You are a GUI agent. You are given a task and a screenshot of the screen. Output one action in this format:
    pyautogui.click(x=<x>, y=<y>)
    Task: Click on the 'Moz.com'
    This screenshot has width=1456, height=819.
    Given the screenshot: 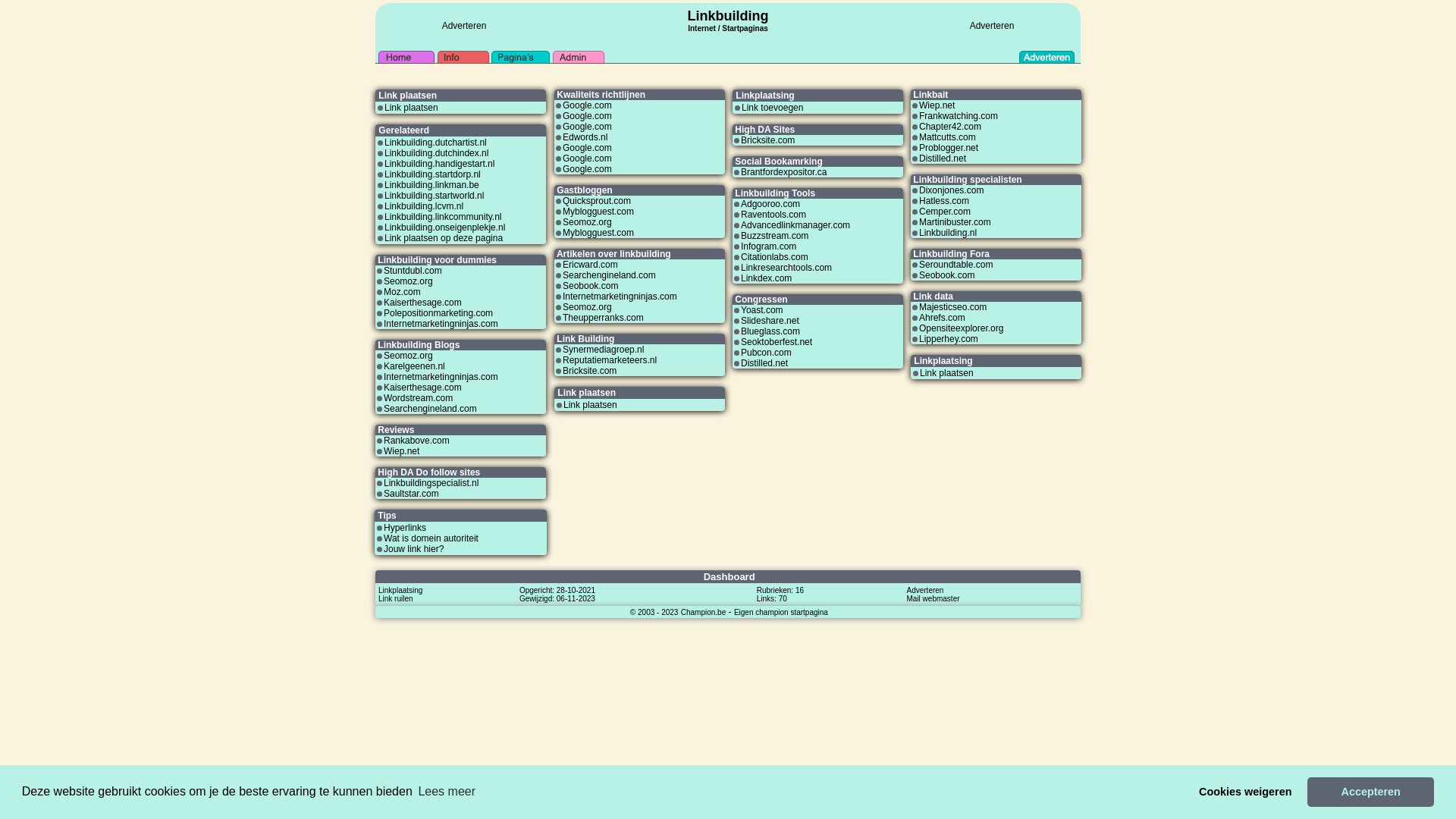 What is the action you would take?
    pyautogui.click(x=402, y=292)
    